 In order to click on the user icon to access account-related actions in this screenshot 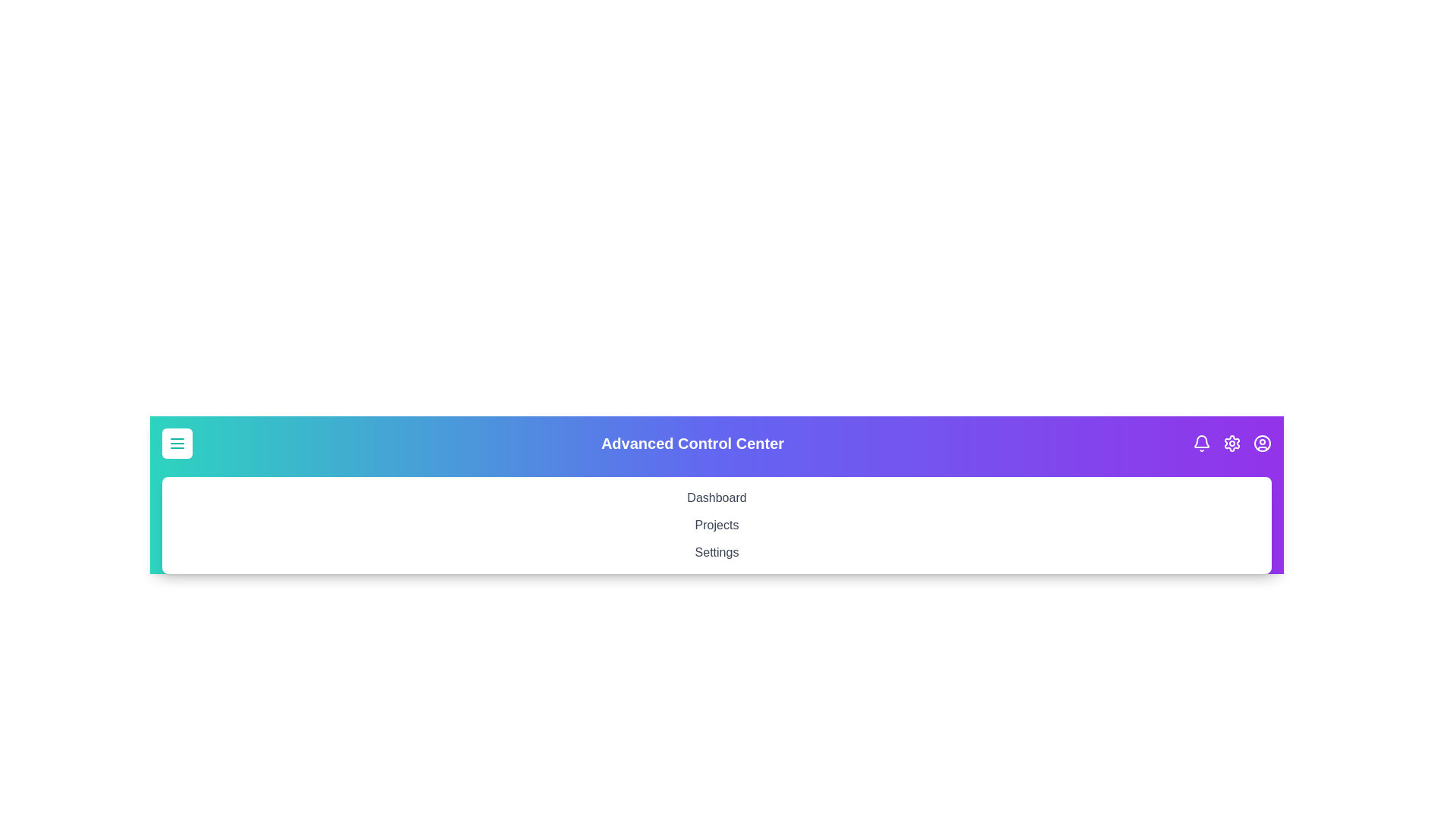, I will do `click(1263, 444)`.